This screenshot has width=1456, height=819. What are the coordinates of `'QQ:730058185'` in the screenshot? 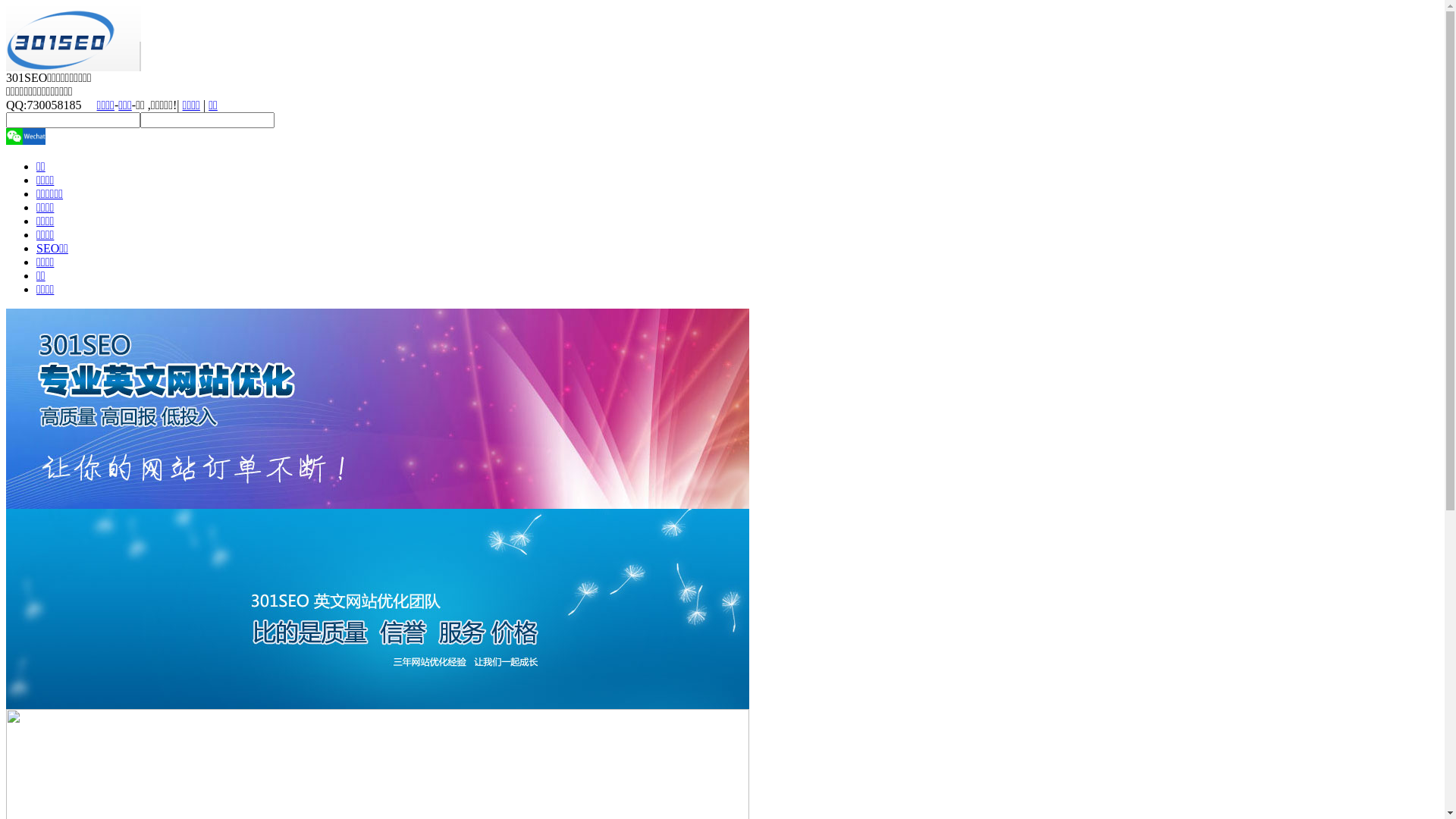 It's located at (6, 104).